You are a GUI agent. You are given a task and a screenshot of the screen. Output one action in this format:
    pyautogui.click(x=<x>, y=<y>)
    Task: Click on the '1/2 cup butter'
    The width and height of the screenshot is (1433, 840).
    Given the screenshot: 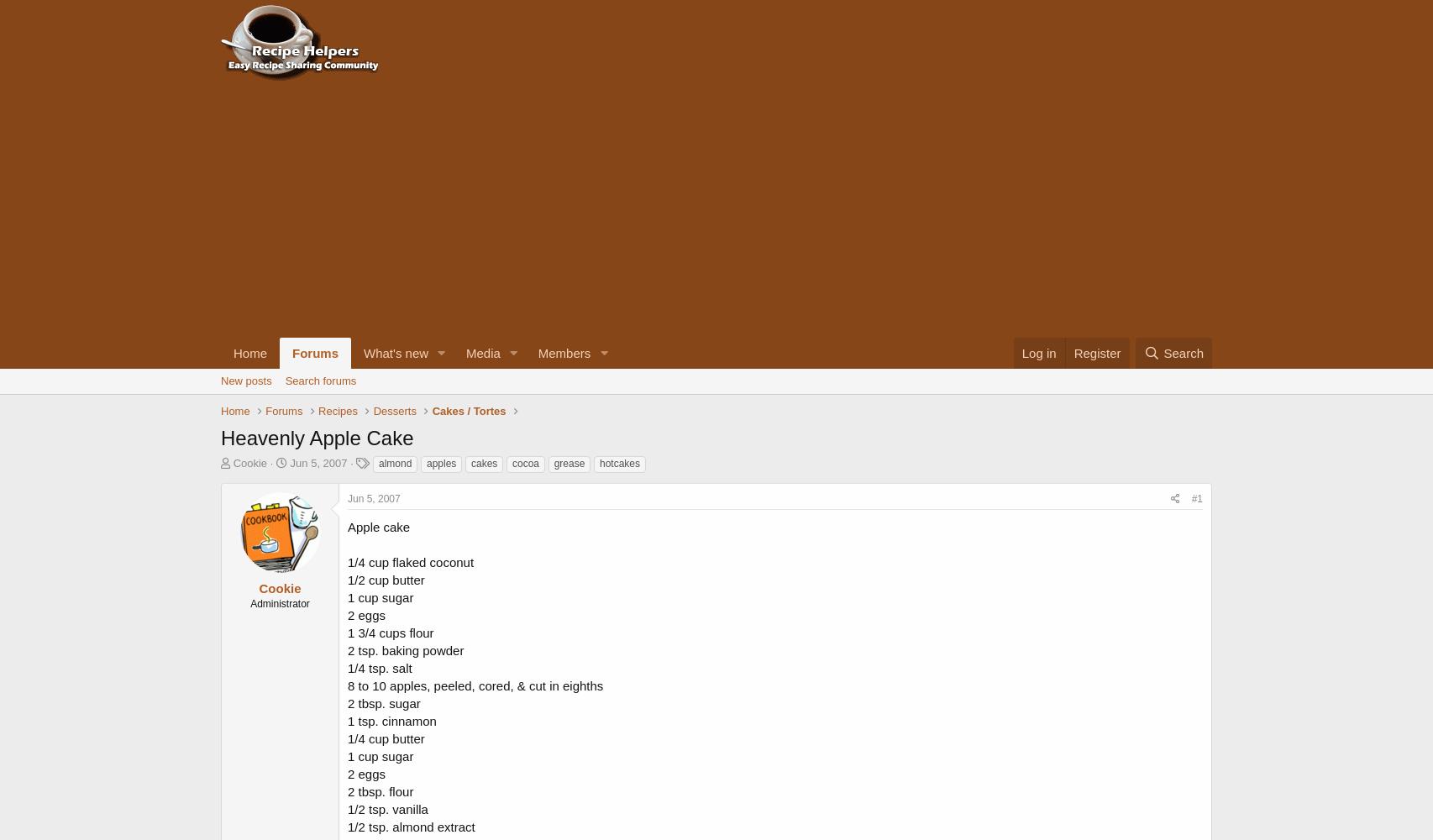 What is the action you would take?
    pyautogui.click(x=385, y=578)
    